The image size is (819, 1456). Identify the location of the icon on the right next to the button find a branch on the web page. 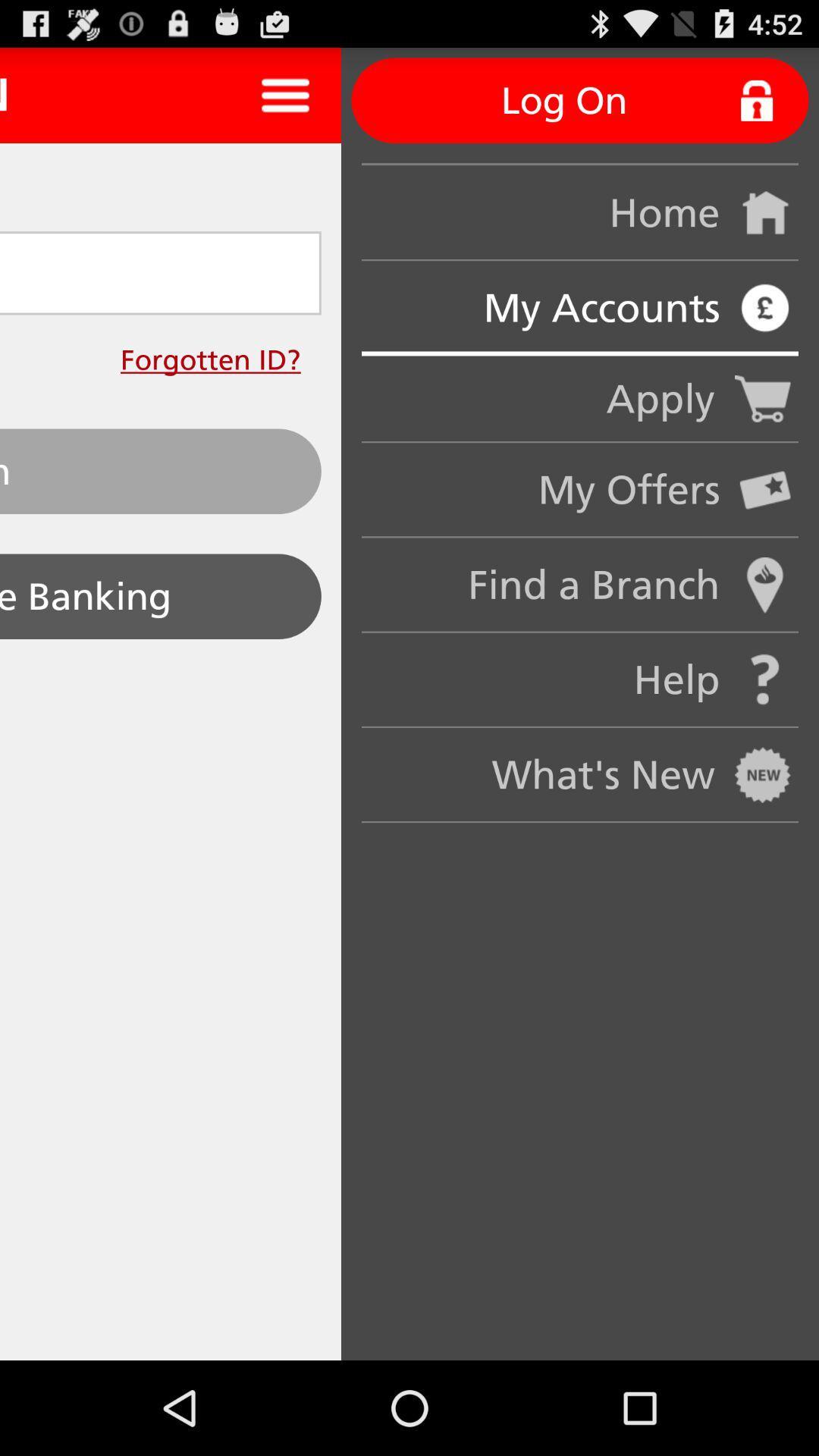
(765, 585).